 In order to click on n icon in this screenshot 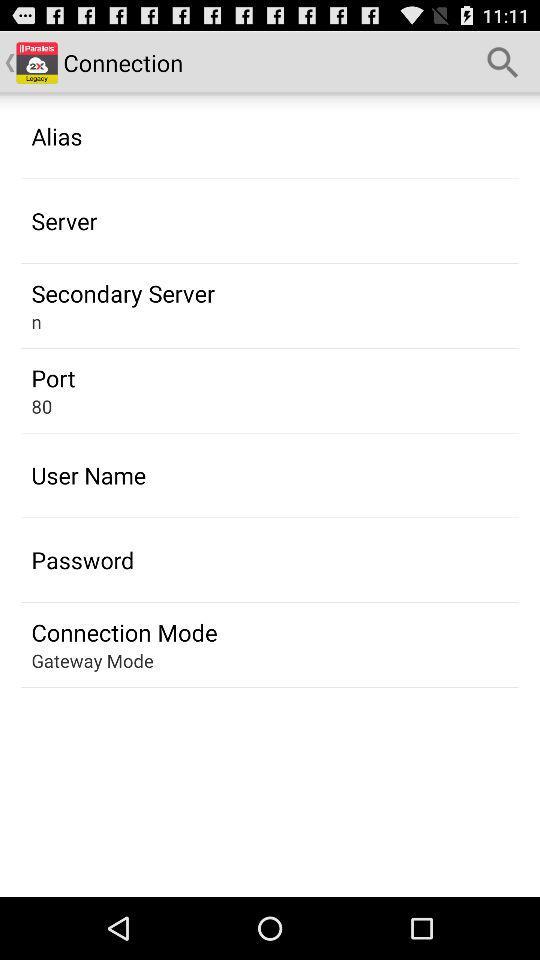, I will do `click(36, 321)`.